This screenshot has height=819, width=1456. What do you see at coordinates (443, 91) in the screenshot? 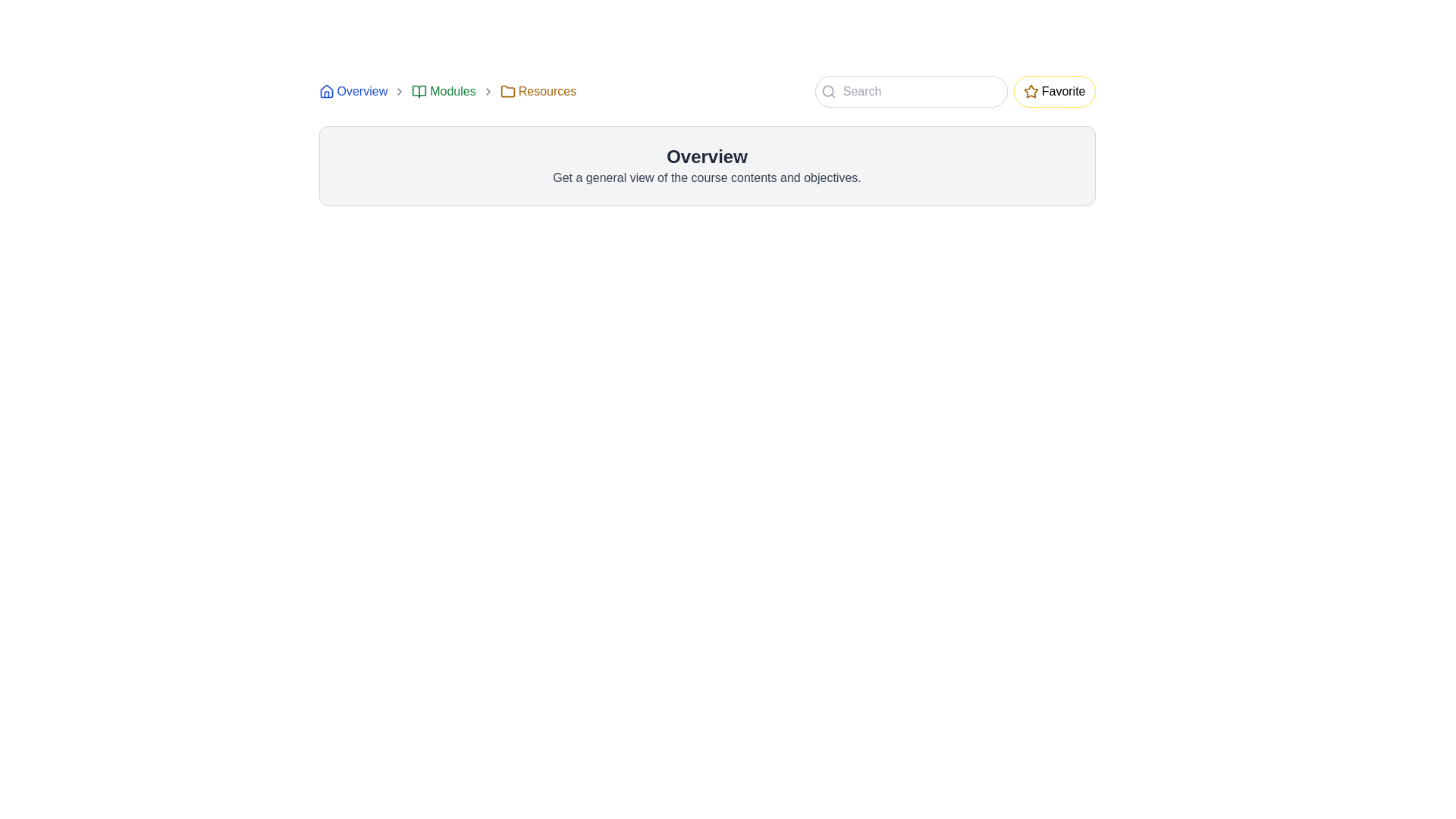
I see `the green-colored link labeled 'Modules' with an icon resembling an open book to trigger the hover effect that changes its color to a darker green` at bounding box center [443, 91].